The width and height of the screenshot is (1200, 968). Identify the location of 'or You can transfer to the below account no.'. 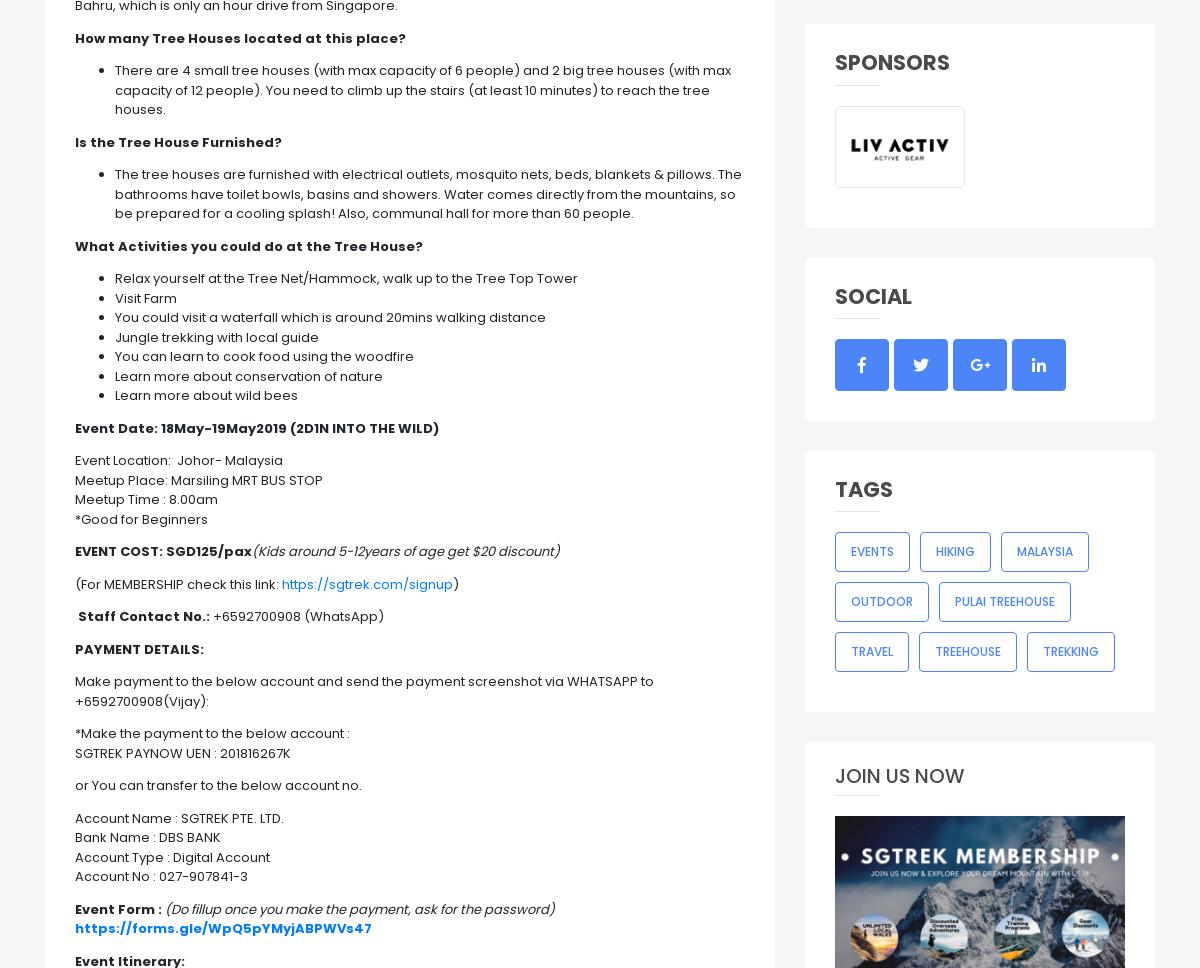
(75, 784).